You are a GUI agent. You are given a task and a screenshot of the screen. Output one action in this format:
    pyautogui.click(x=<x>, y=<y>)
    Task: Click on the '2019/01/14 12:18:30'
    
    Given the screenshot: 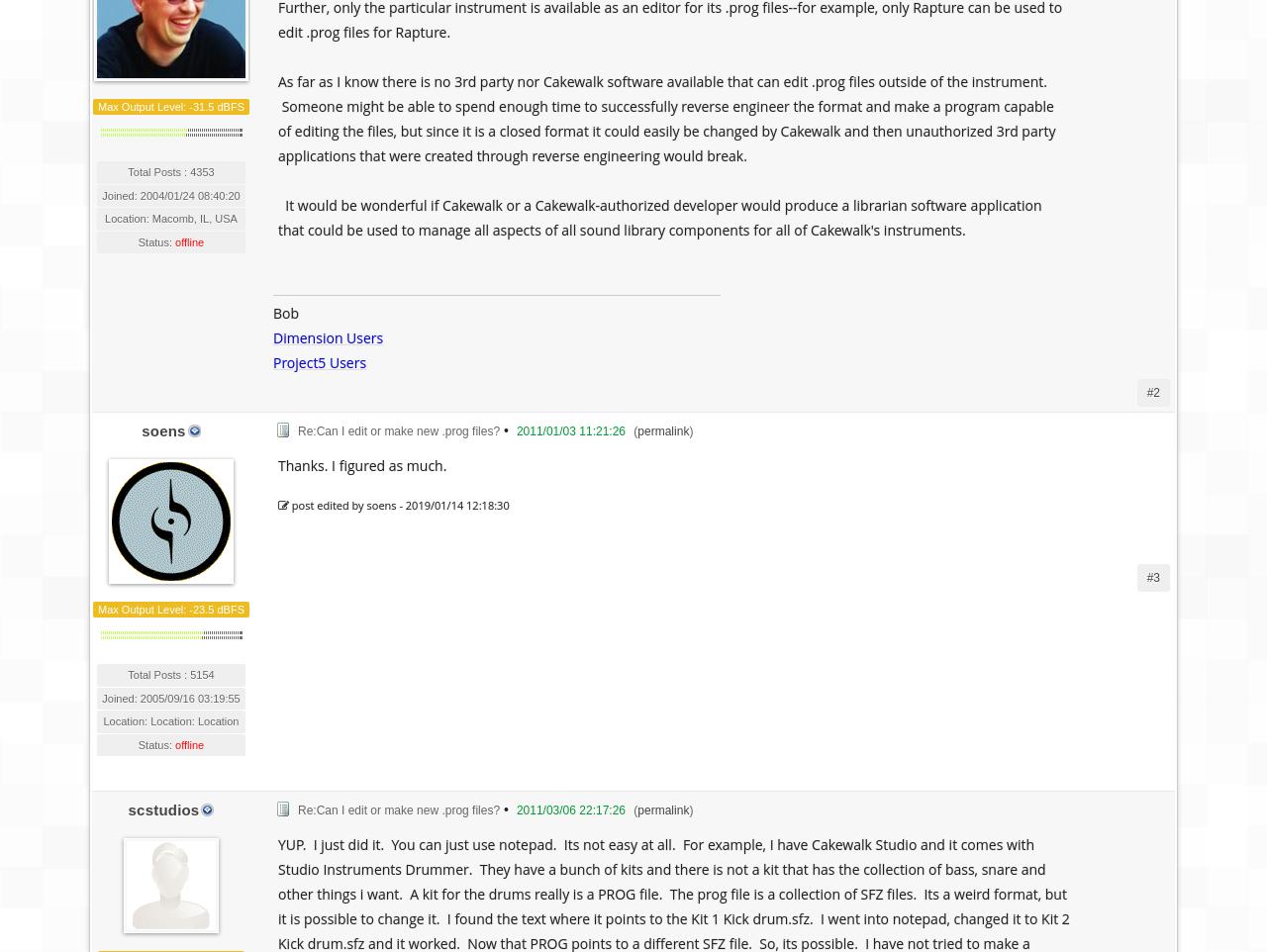 What is the action you would take?
    pyautogui.click(x=455, y=504)
    